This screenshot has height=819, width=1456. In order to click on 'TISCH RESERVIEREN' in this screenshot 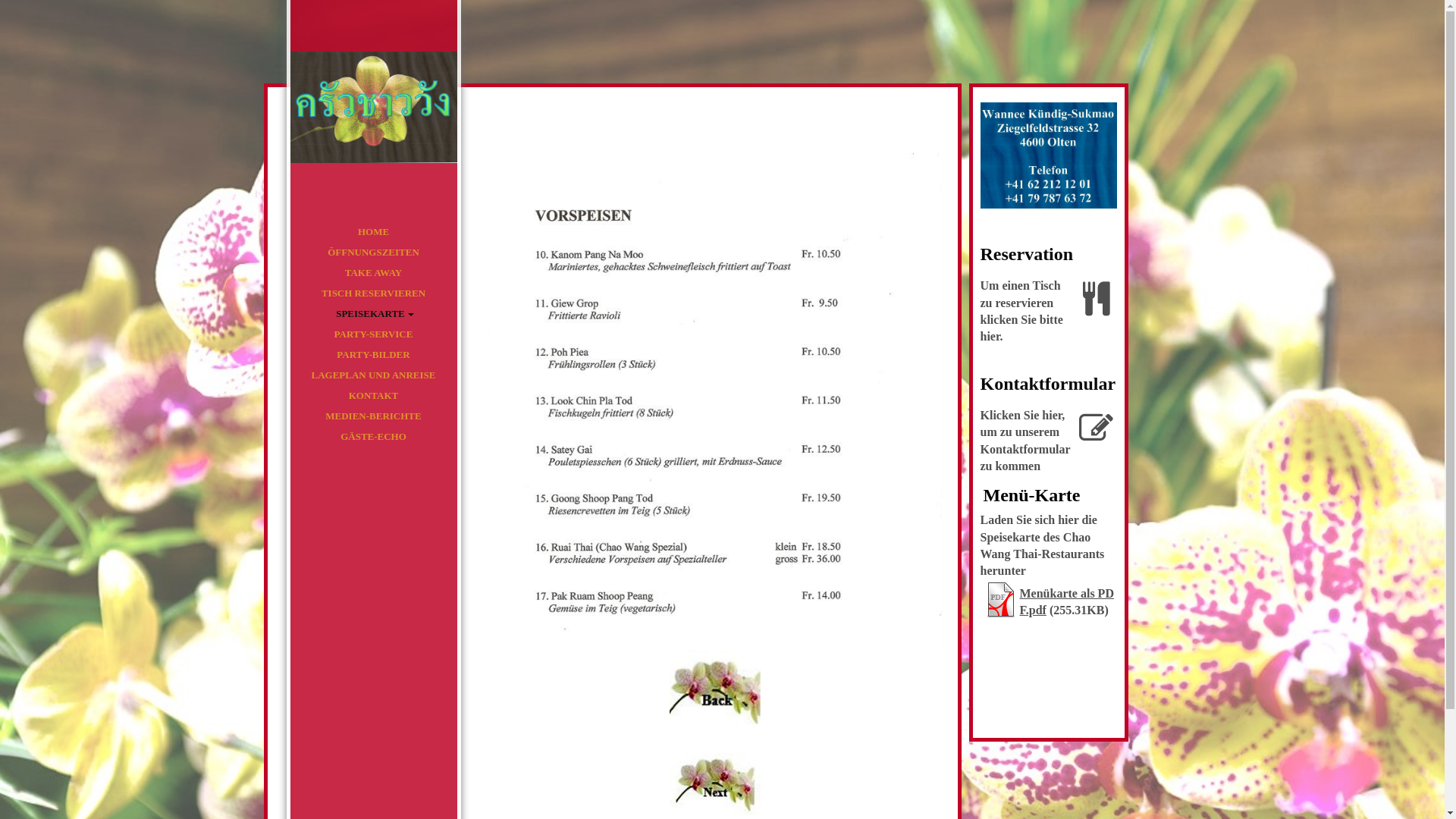, I will do `click(372, 293)`.